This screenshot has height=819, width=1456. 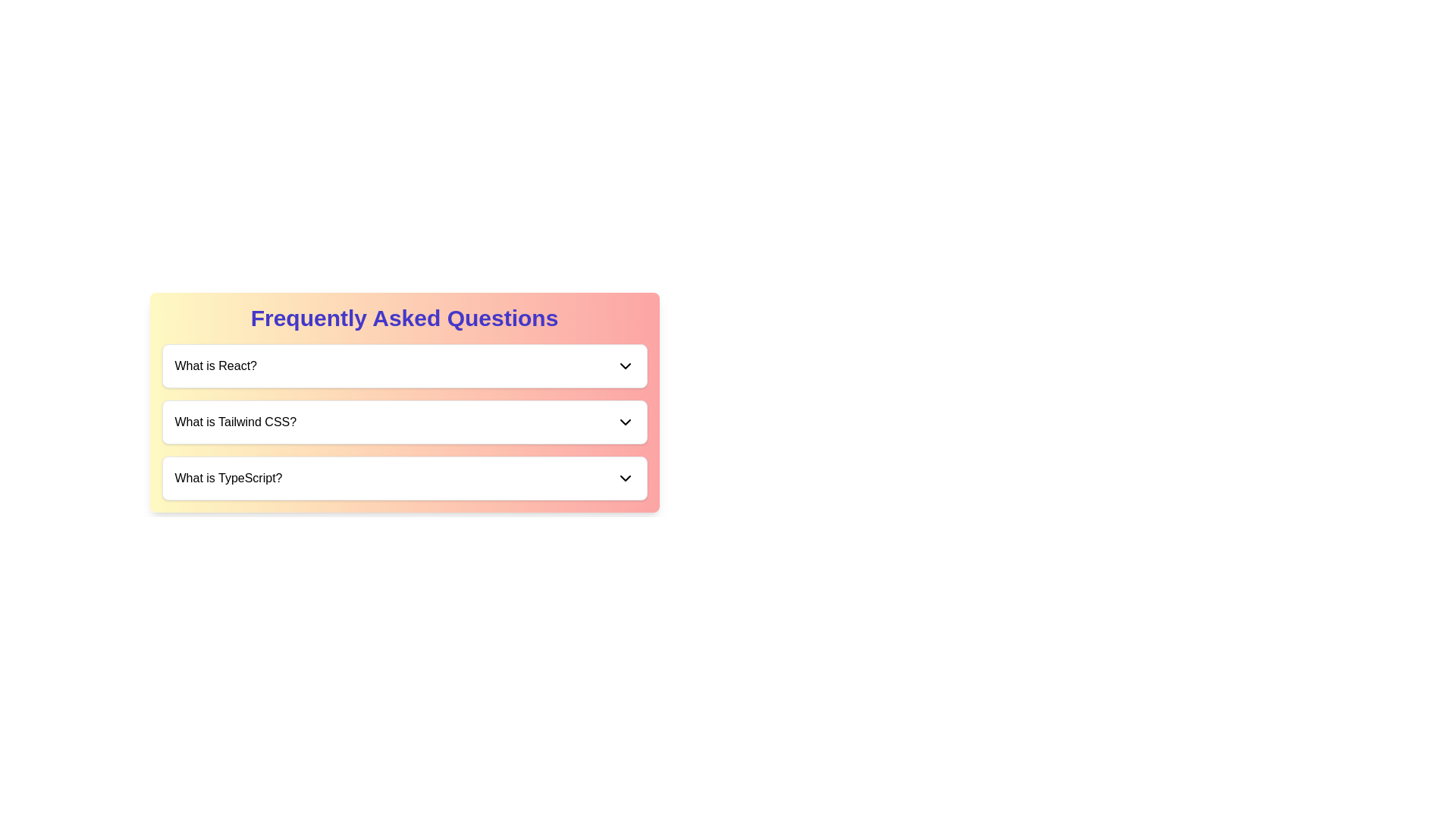 What do you see at coordinates (234, 422) in the screenshot?
I see `the plain text label displaying 'What is Tailwind CSS?' which is the second item in a FAQ list` at bounding box center [234, 422].